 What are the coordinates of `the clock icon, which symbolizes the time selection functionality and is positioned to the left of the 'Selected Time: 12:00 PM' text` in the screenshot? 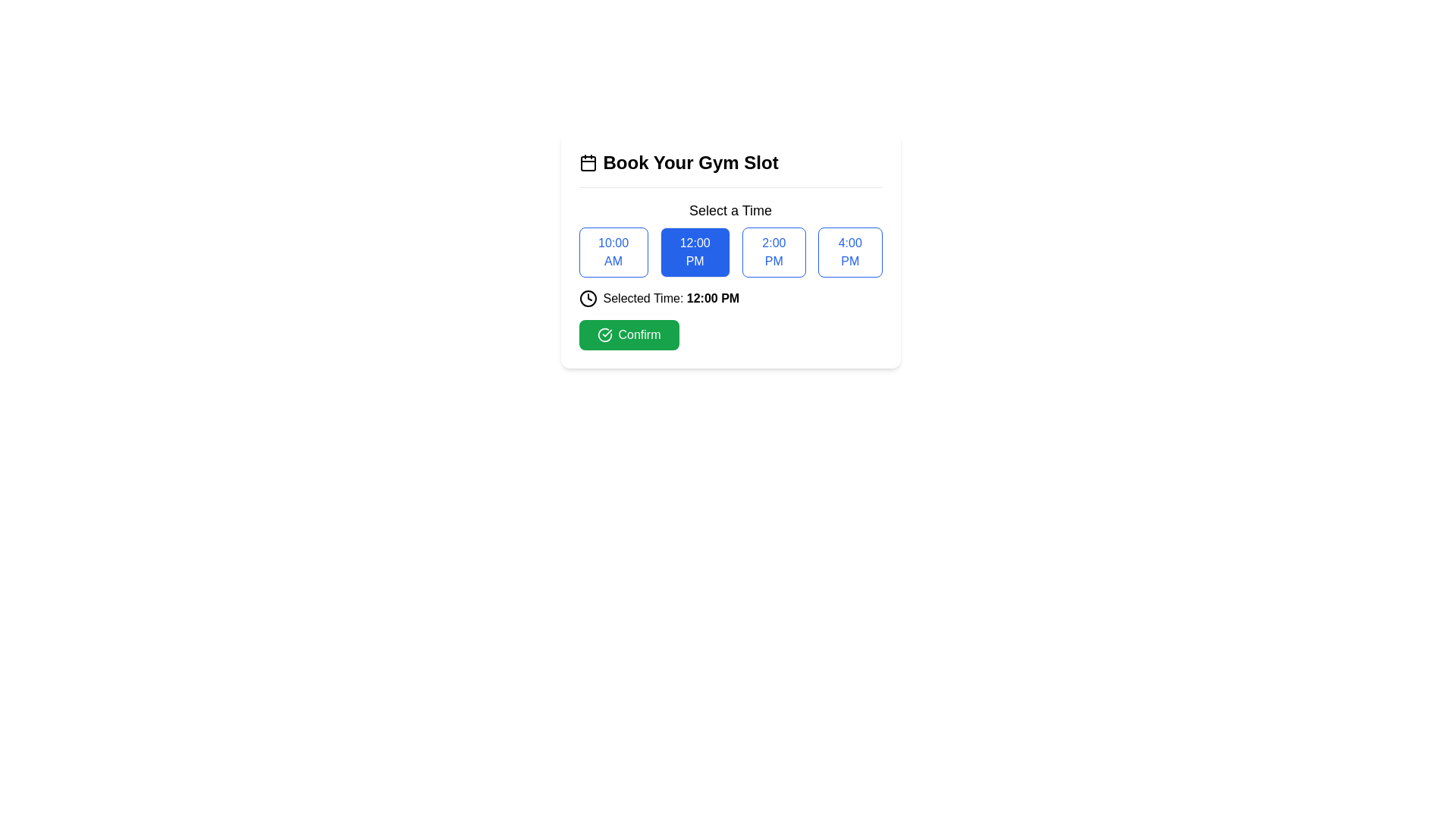 It's located at (587, 298).